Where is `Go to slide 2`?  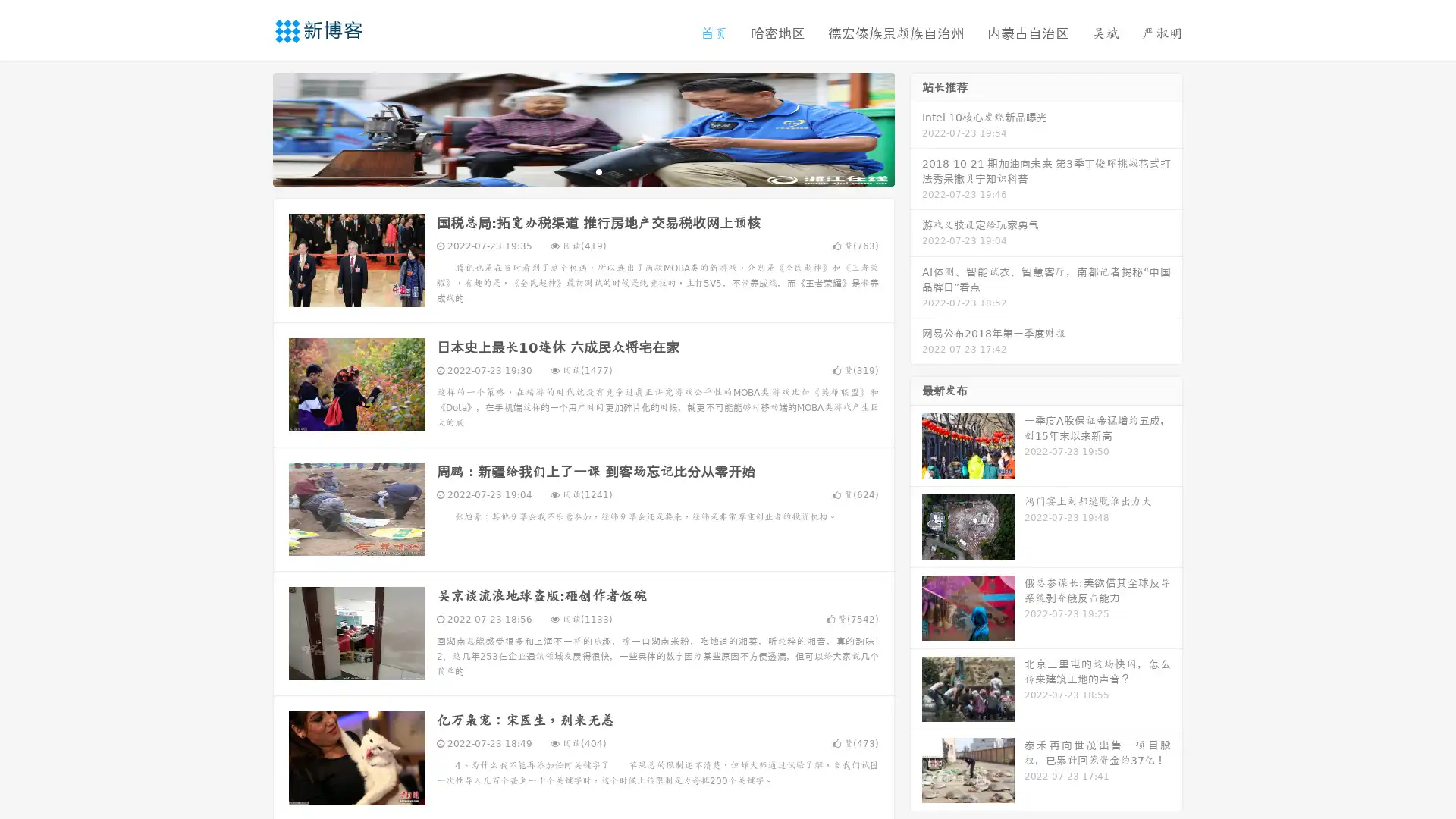
Go to slide 2 is located at coordinates (582, 171).